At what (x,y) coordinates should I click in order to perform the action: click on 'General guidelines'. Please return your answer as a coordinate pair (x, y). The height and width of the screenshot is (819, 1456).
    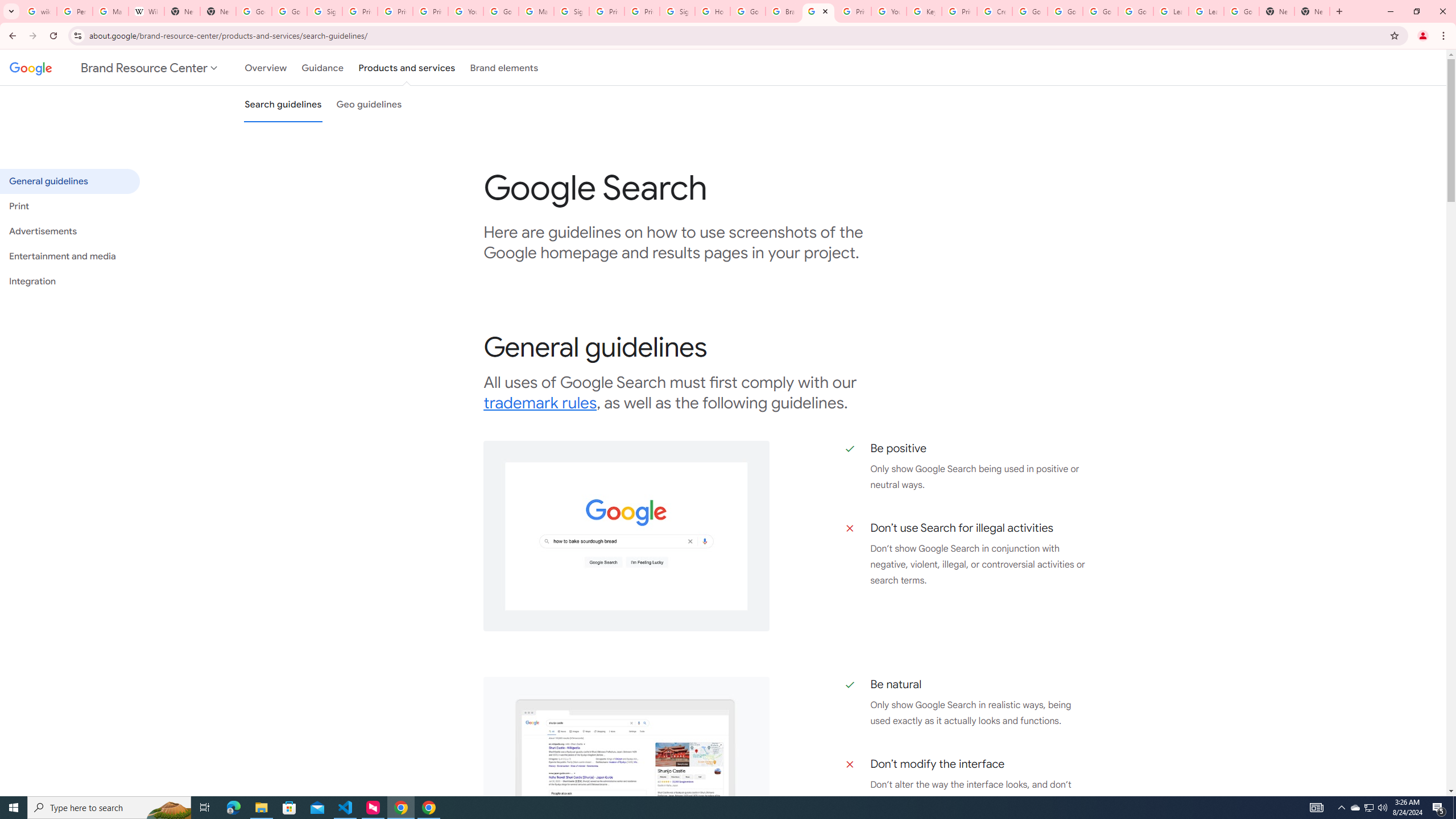
    Looking at the image, I should click on (69, 180).